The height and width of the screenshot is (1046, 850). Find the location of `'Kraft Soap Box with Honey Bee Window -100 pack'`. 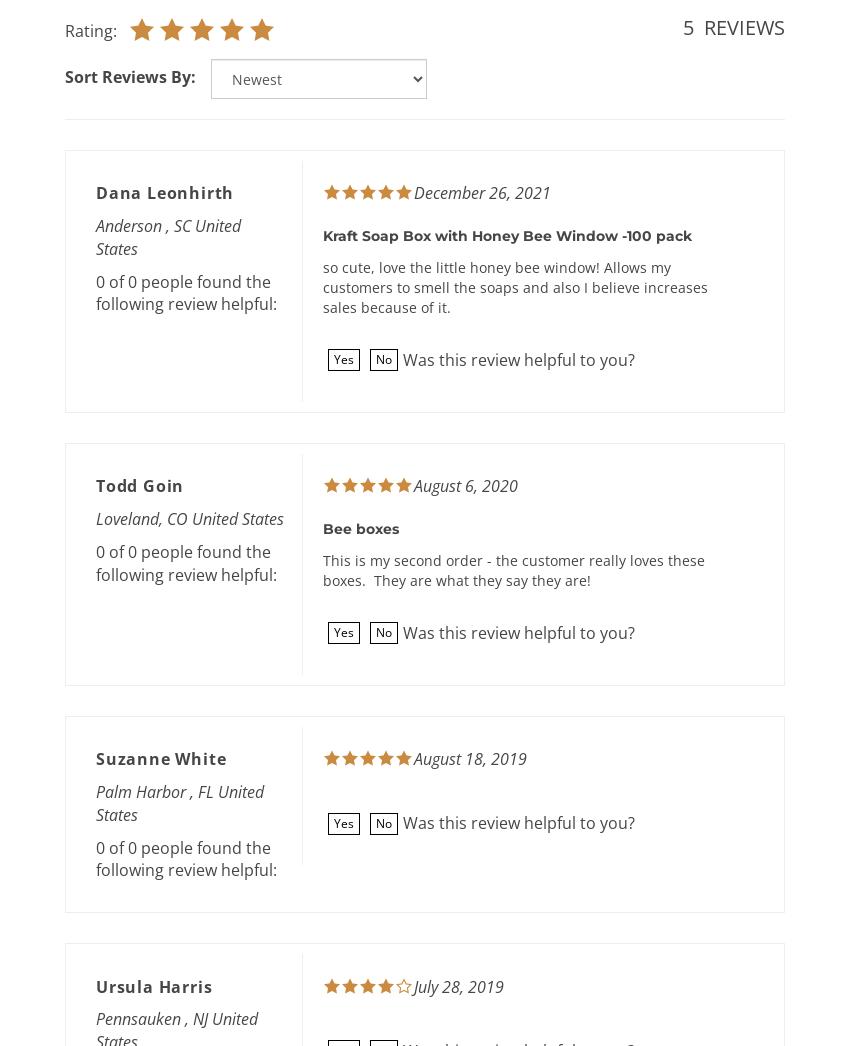

'Kraft Soap Box with Honey Bee Window -100 pack' is located at coordinates (323, 234).